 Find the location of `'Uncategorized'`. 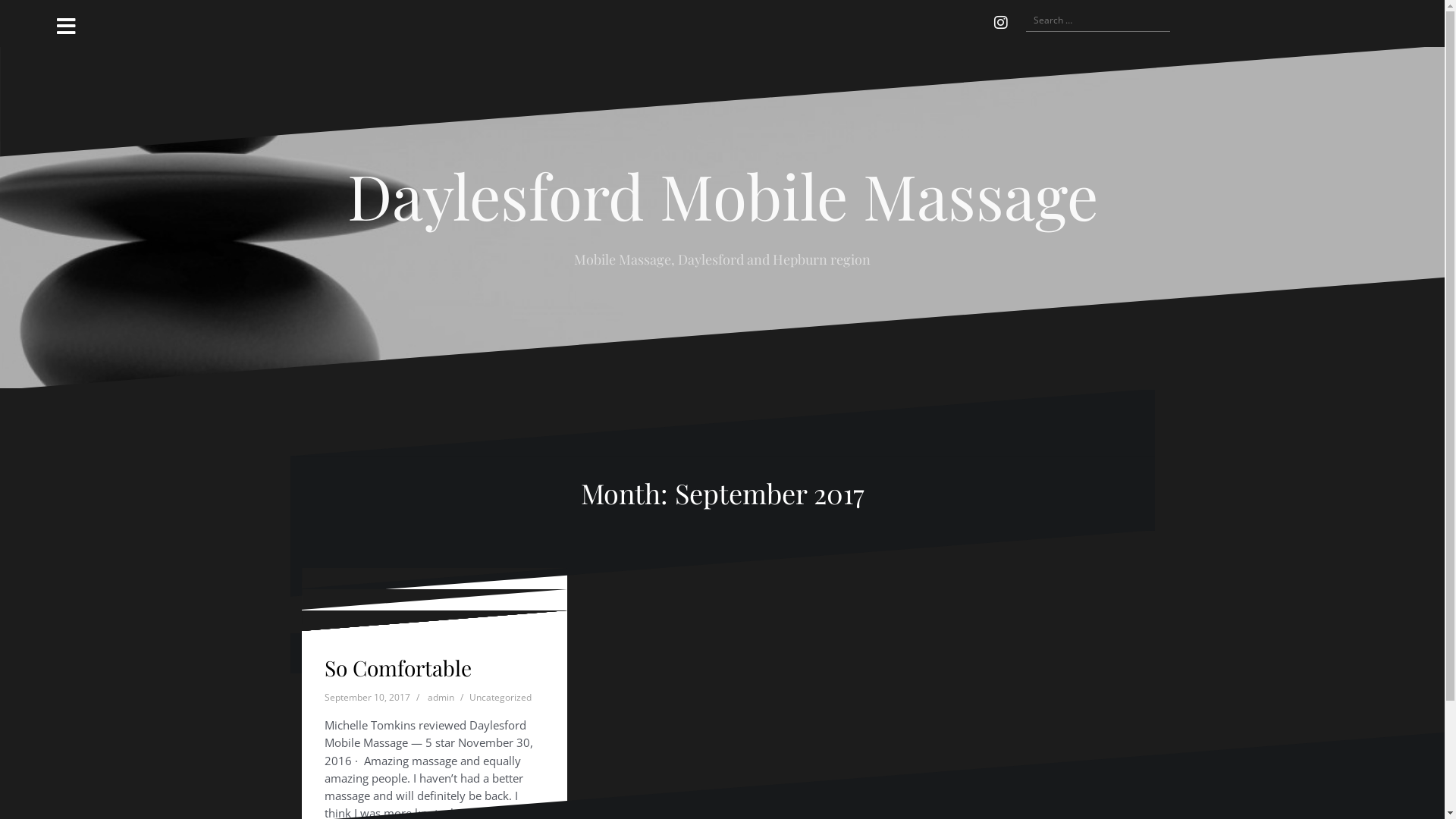

'Uncategorized' is located at coordinates (499, 720).